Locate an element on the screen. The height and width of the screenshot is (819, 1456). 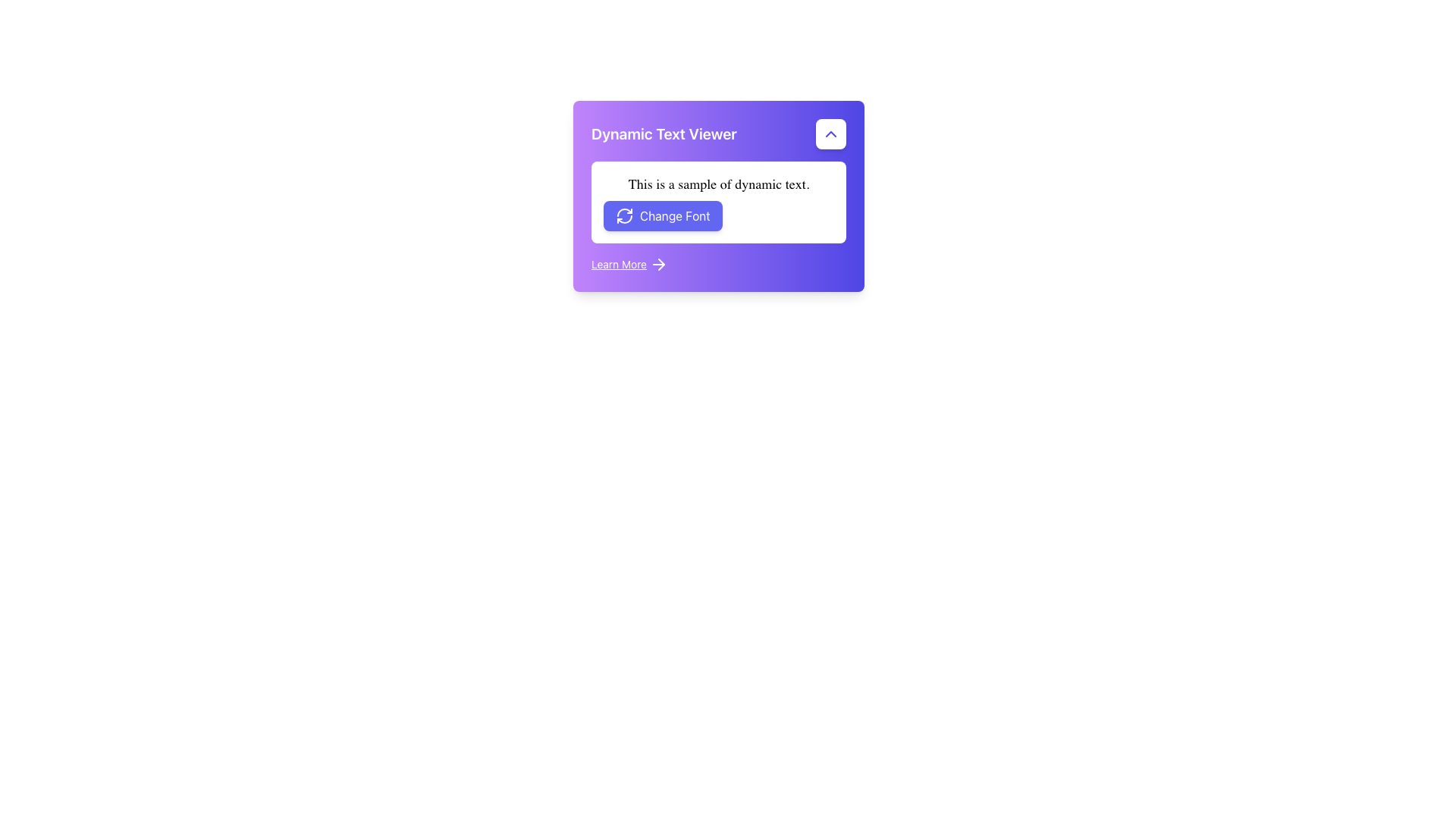
the right-arrow-shaped chevron icon located to the right of the 'Learn More' label in the lower part of the card is located at coordinates (661, 263).